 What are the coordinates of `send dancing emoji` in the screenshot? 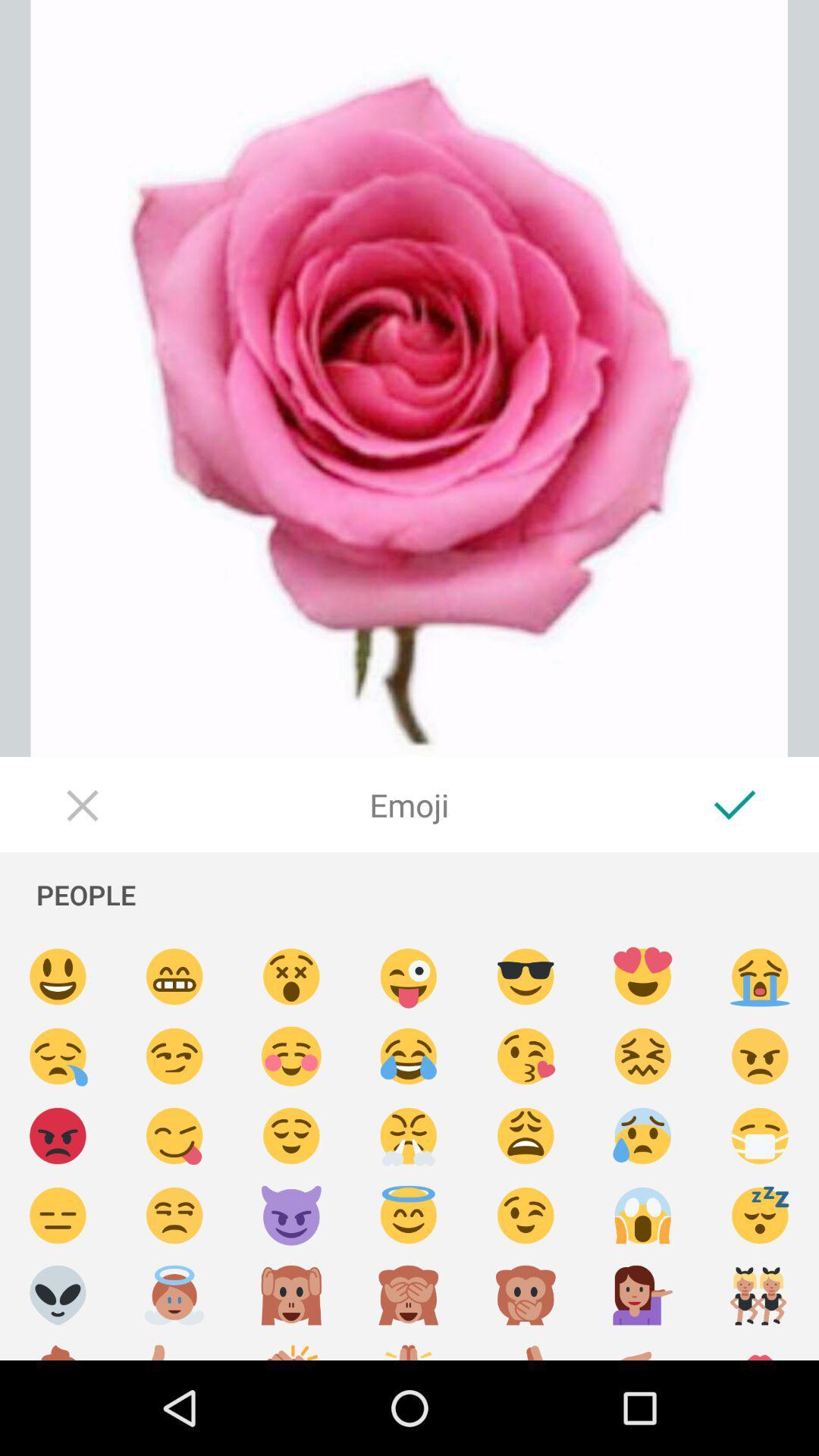 It's located at (760, 1294).